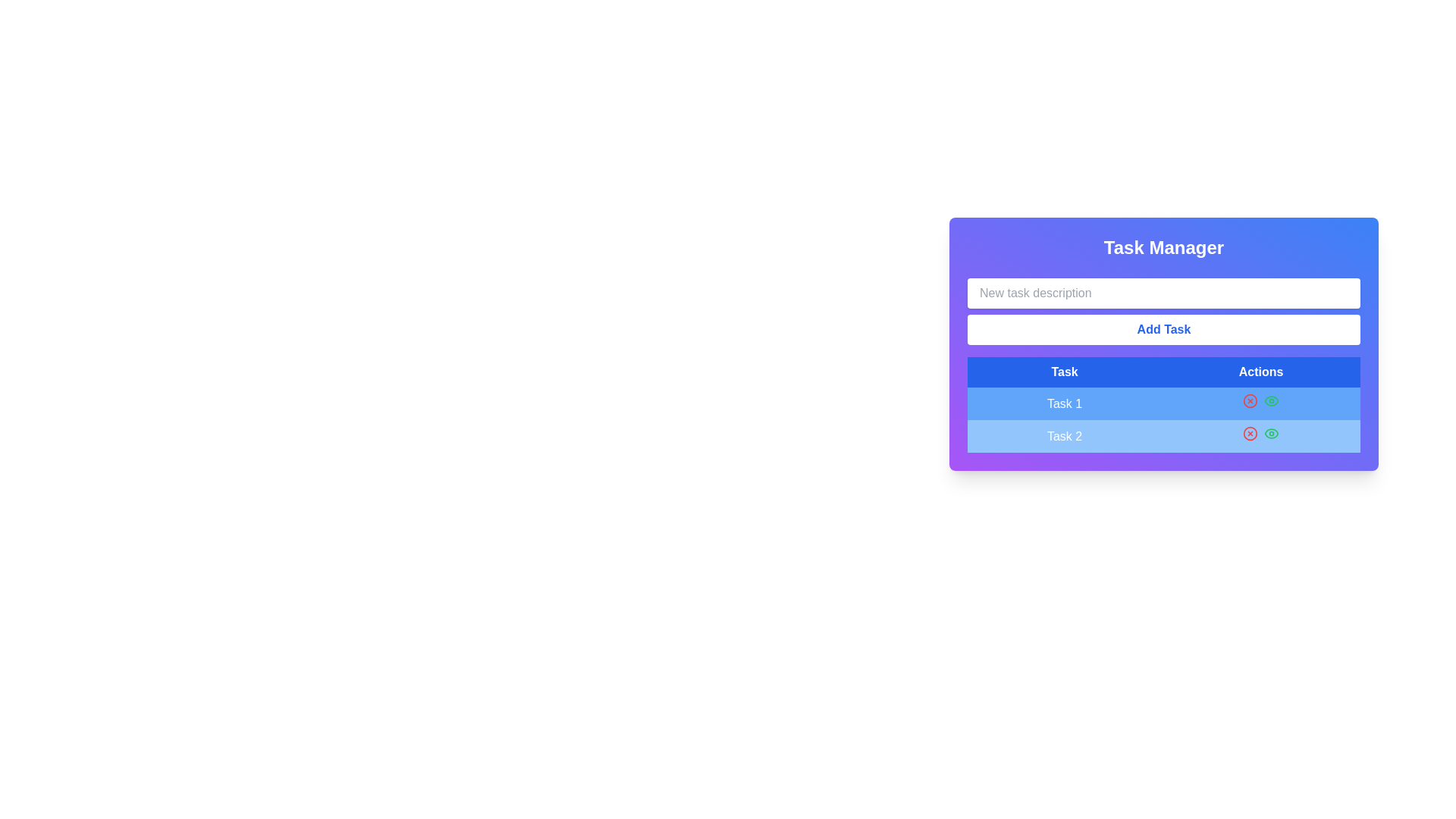 The image size is (1456, 819). Describe the element at coordinates (1272, 400) in the screenshot. I see `the green eye icon button located to the right of the 'Task 2' entry in the task manager interface` at that location.